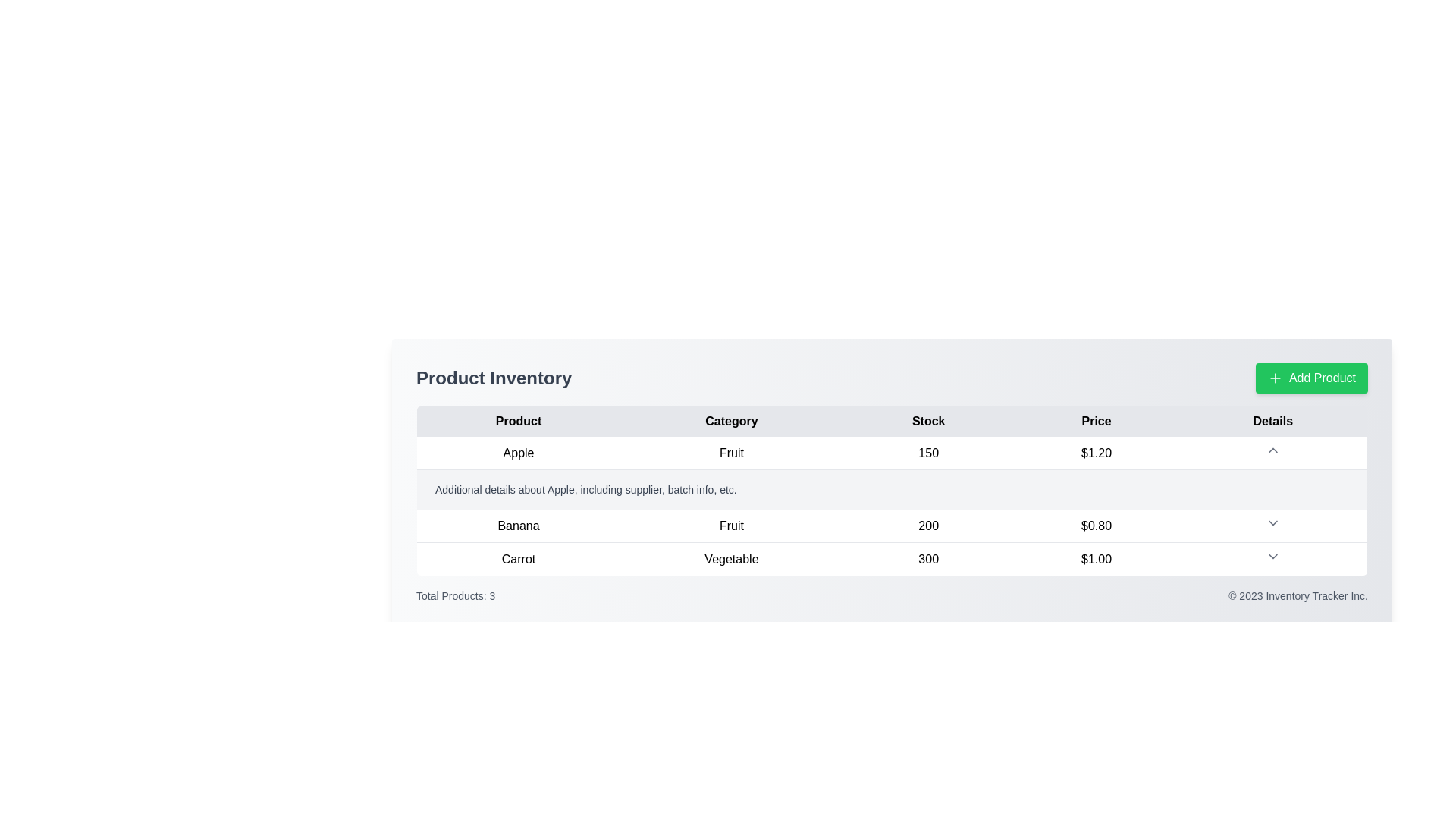 The height and width of the screenshot is (819, 1456). Describe the element at coordinates (927, 525) in the screenshot. I see `the text label displaying the stock quantity '200' for the 'Banana' product, located in the 'Stock' column of the inventory table` at that location.